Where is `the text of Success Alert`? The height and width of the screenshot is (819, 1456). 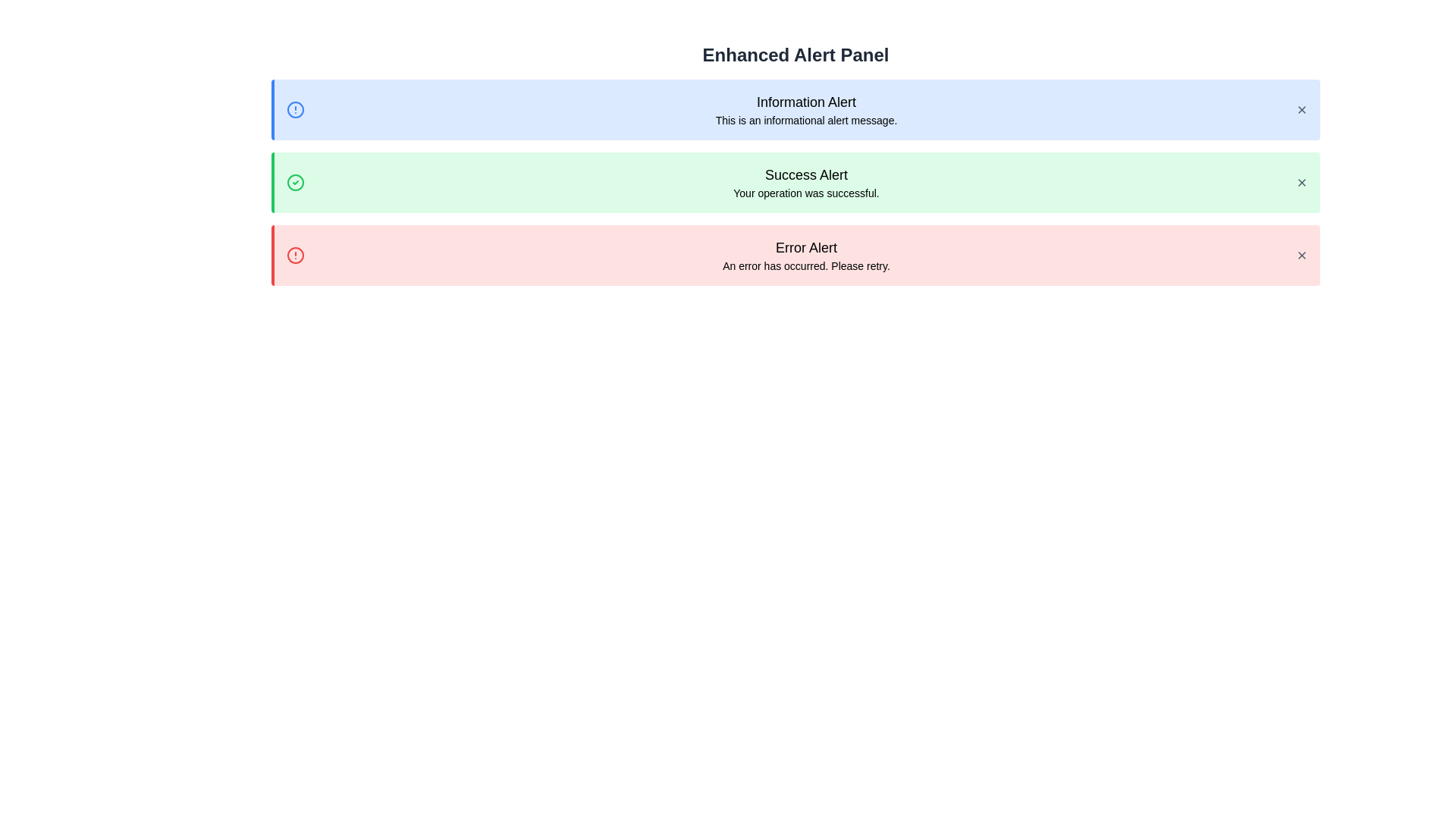 the text of Success Alert is located at coordinates (795, 174).